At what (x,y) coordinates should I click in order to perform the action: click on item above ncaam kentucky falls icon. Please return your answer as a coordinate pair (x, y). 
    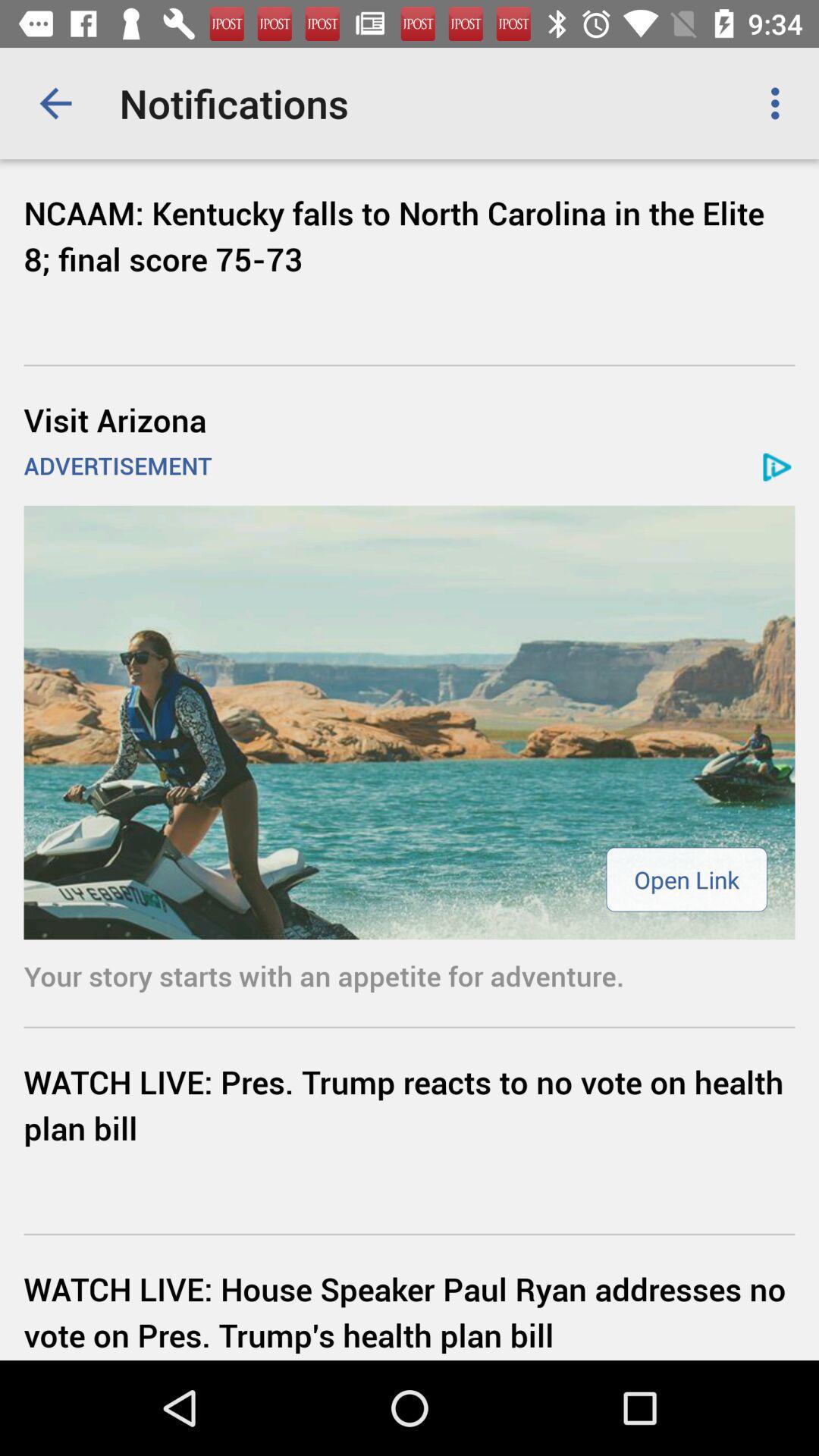
    Looking at the image, I should click on (779, 102).